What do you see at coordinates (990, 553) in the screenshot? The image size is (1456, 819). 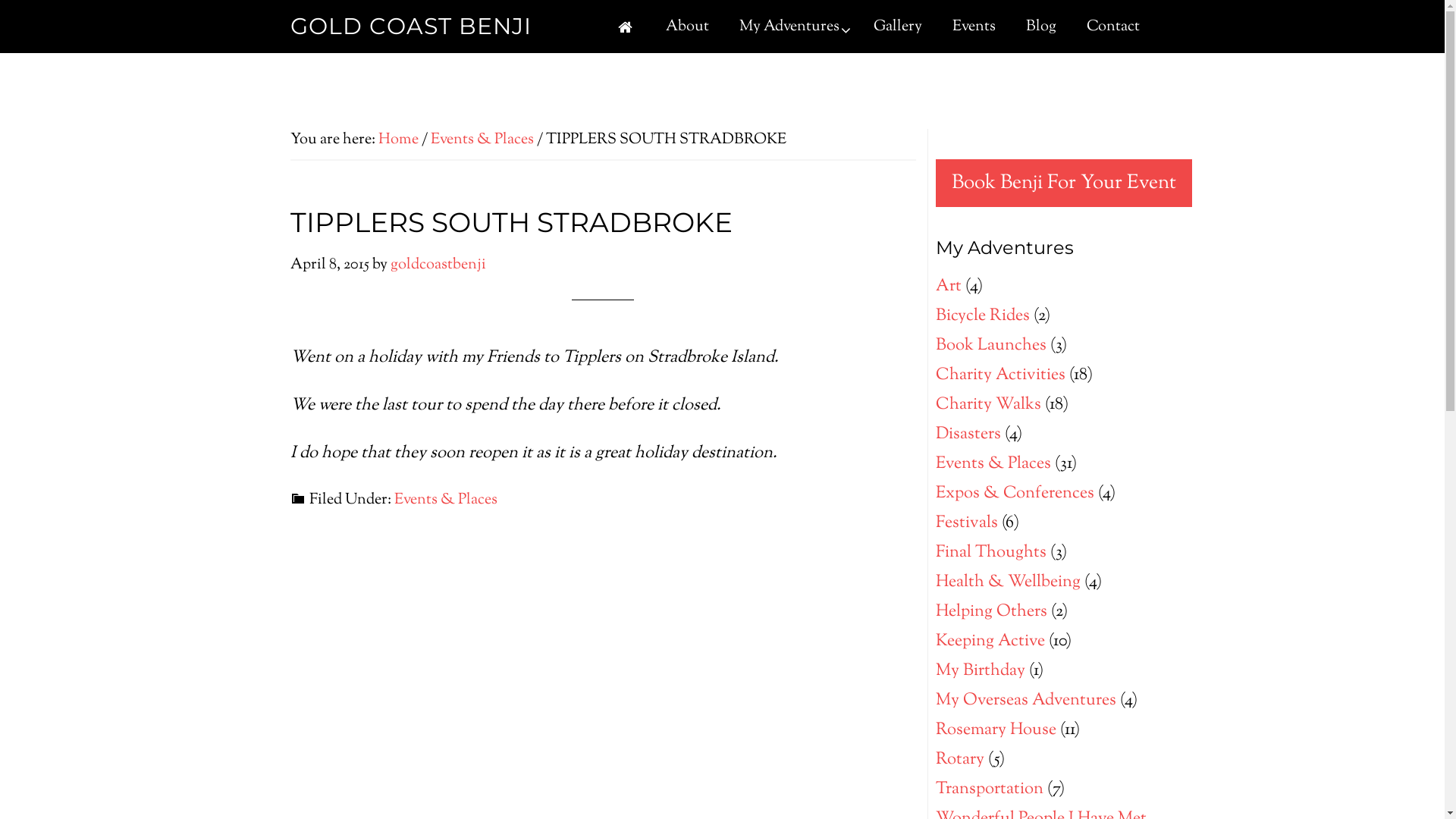 I see `'Final Thoughts'` at bounding box center [990, 553].